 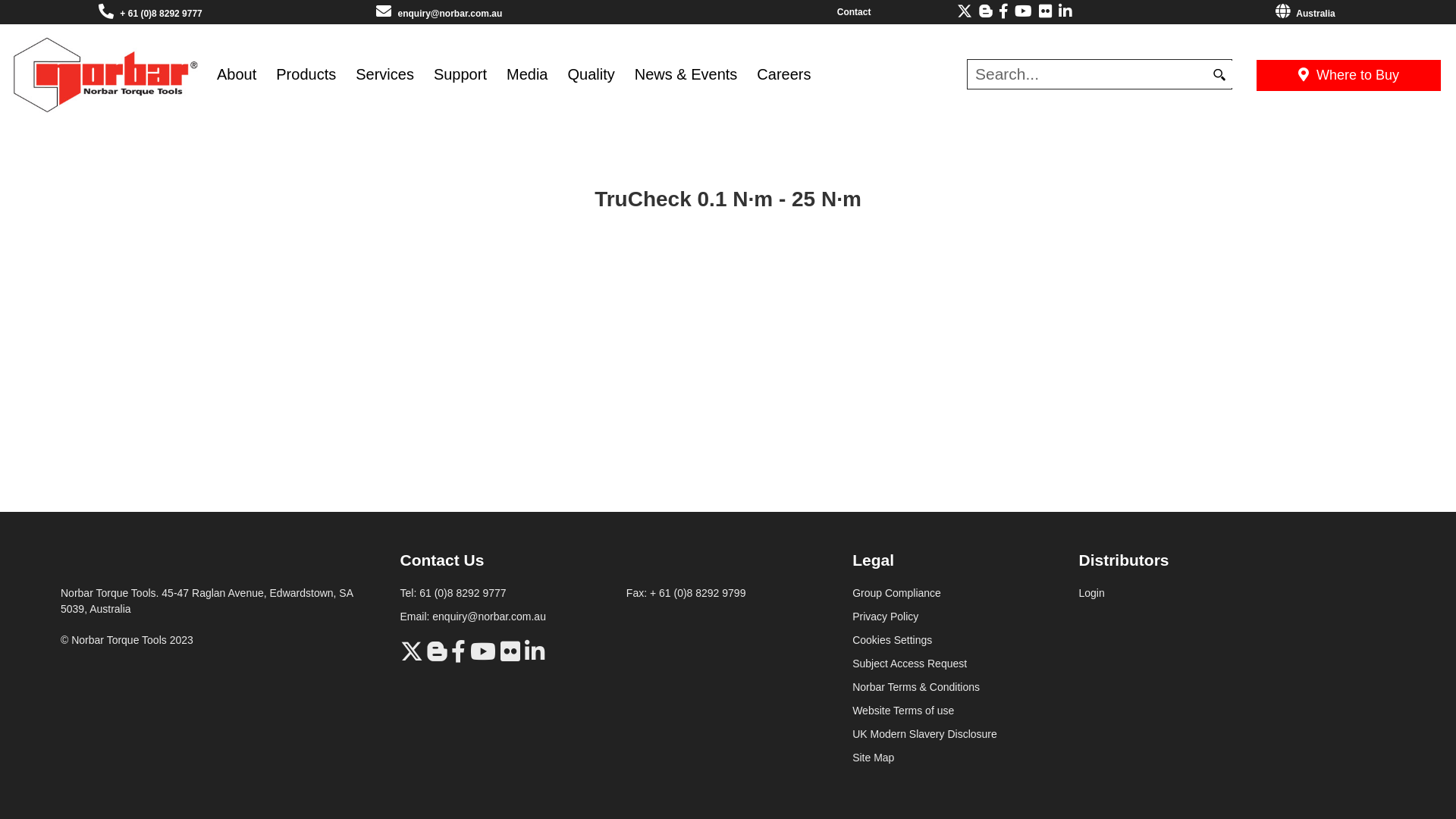 What do you see at coordinates (556, 74) in the screenshot?
I see `'Quality'` at bounding box center [556, 74].